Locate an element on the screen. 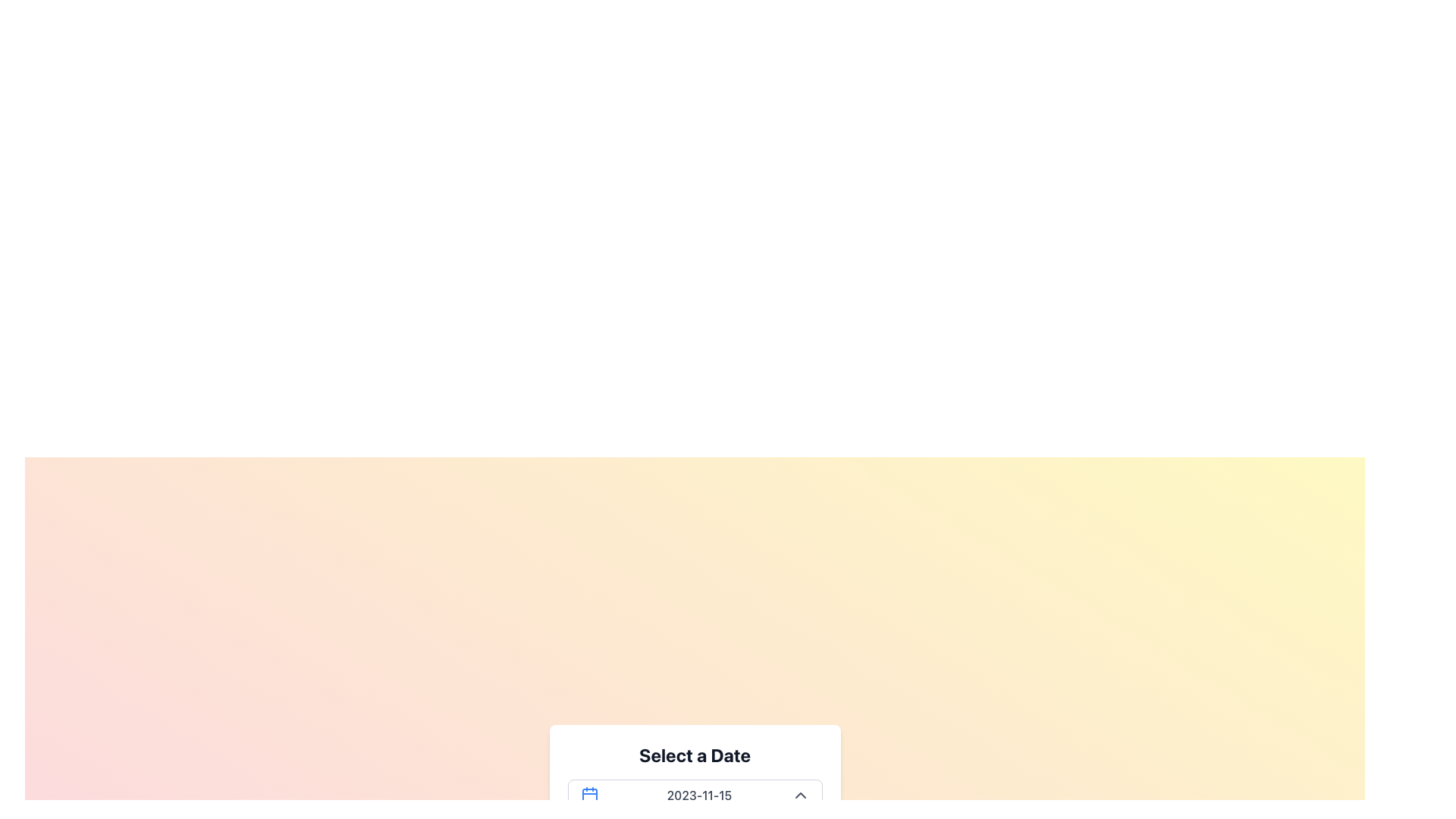 Image resolution: width=1456 pixels, height=819 pixels. the calendar icon located to the left of the date text '2023-11-15' is located at coordinates (588, 795).